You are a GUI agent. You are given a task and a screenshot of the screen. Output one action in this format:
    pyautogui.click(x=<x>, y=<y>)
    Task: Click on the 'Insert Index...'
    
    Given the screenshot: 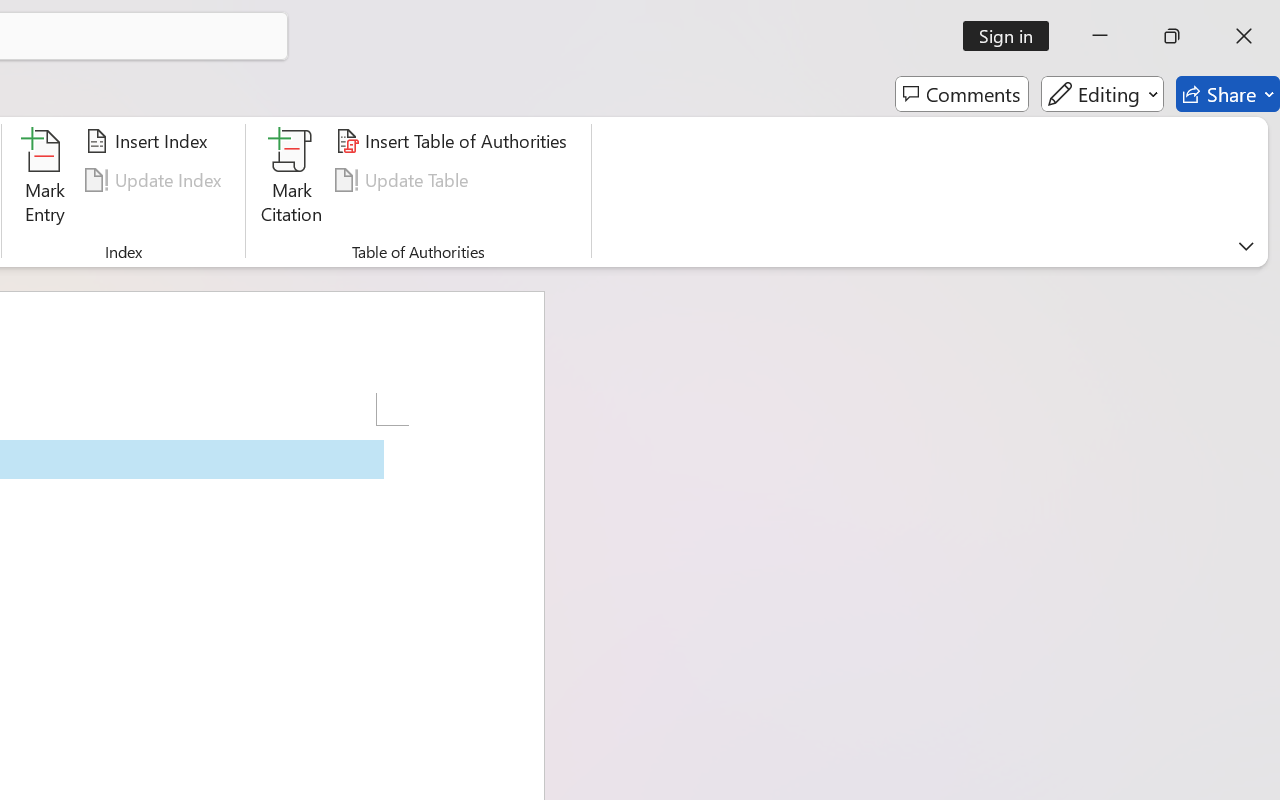 What is the action you would take?
    pyautogui.click(x=148, y=141)
    